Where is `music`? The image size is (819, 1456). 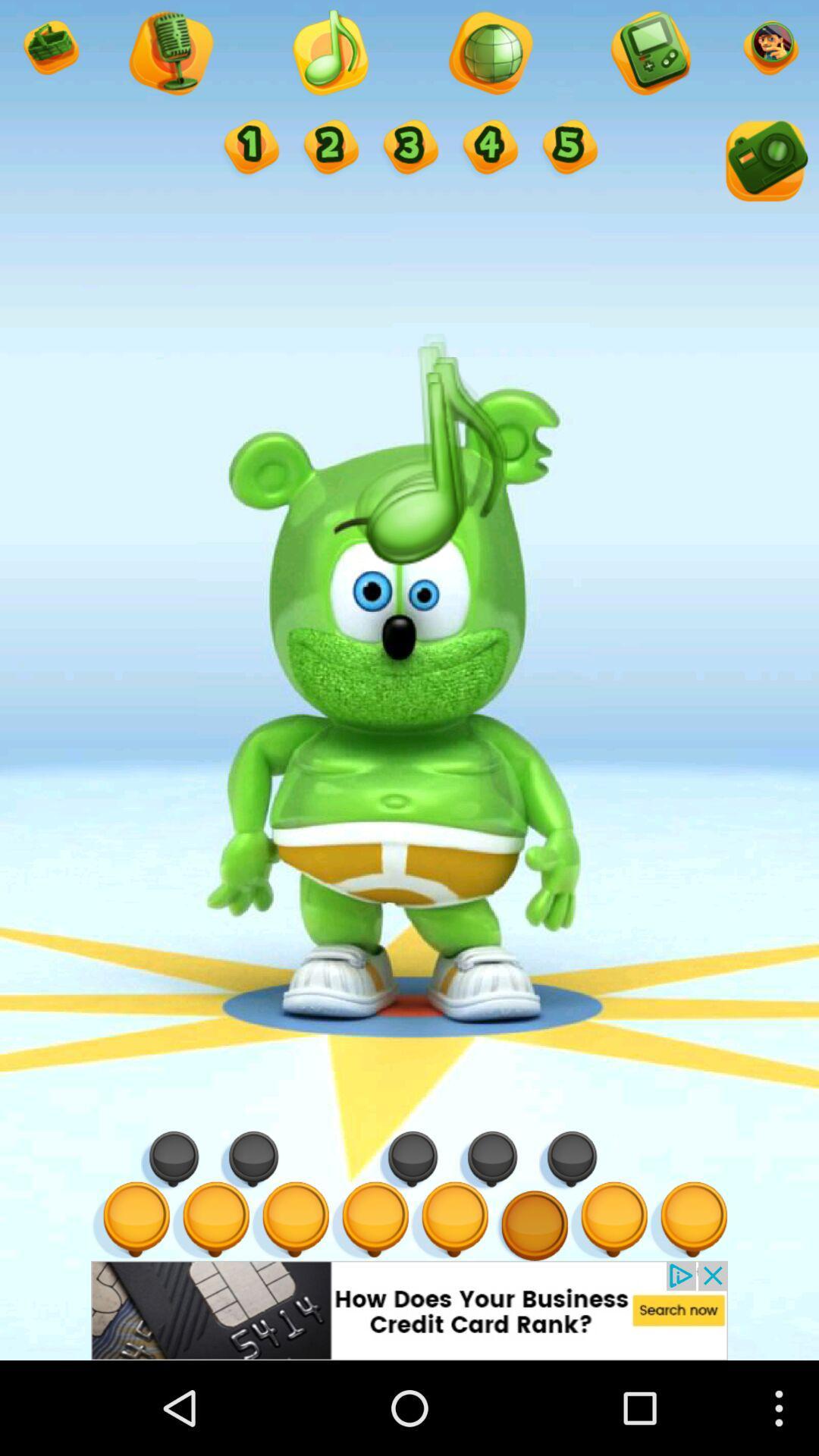 music is located at coordinates (328, 55).